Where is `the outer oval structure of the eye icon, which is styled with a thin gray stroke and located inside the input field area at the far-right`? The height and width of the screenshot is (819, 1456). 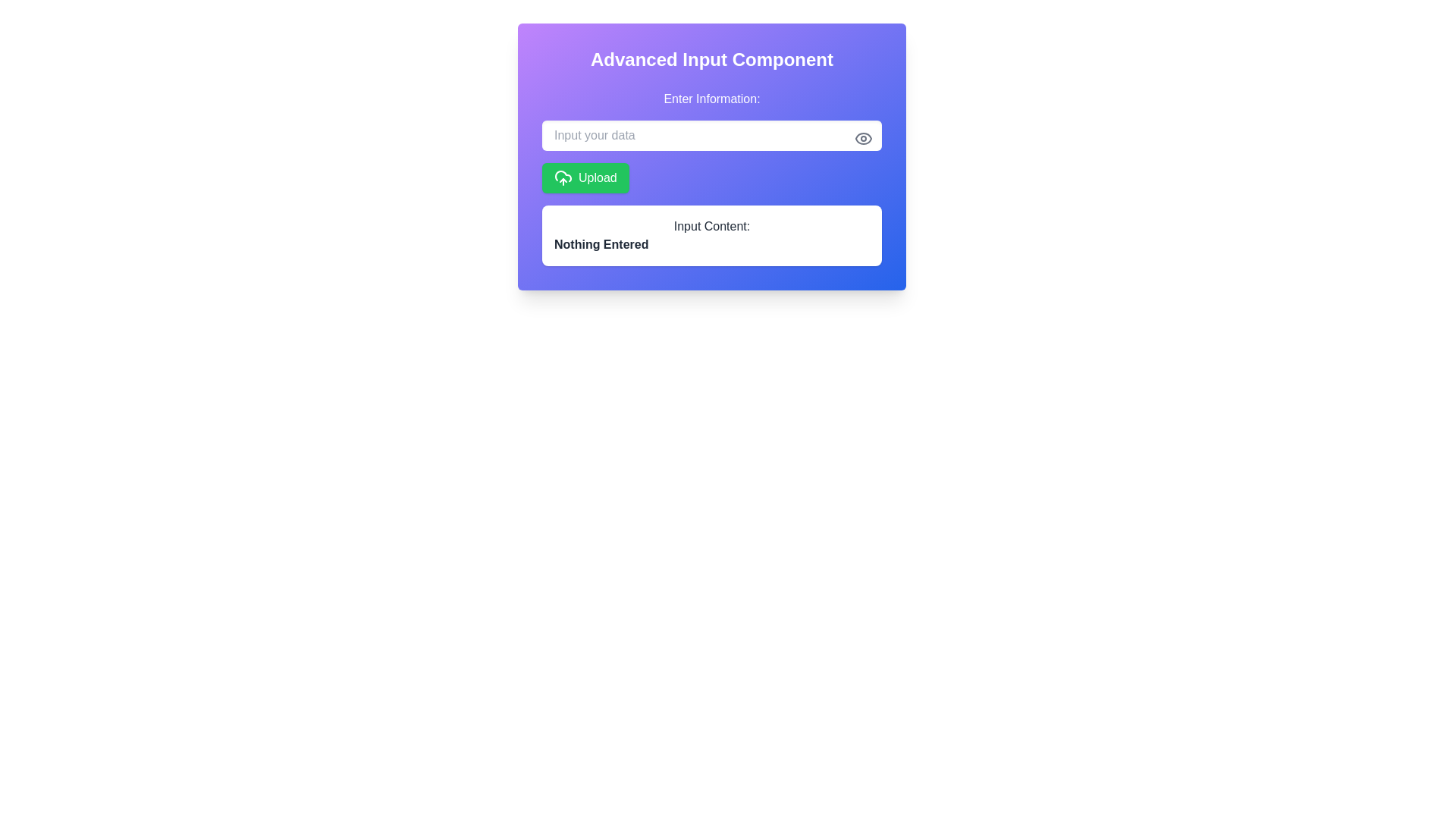 the outer oval structure of the eye icon, which is styled with a thin gray stroke and located inside the input field area at the far-right is located at coordinates (863, 138).